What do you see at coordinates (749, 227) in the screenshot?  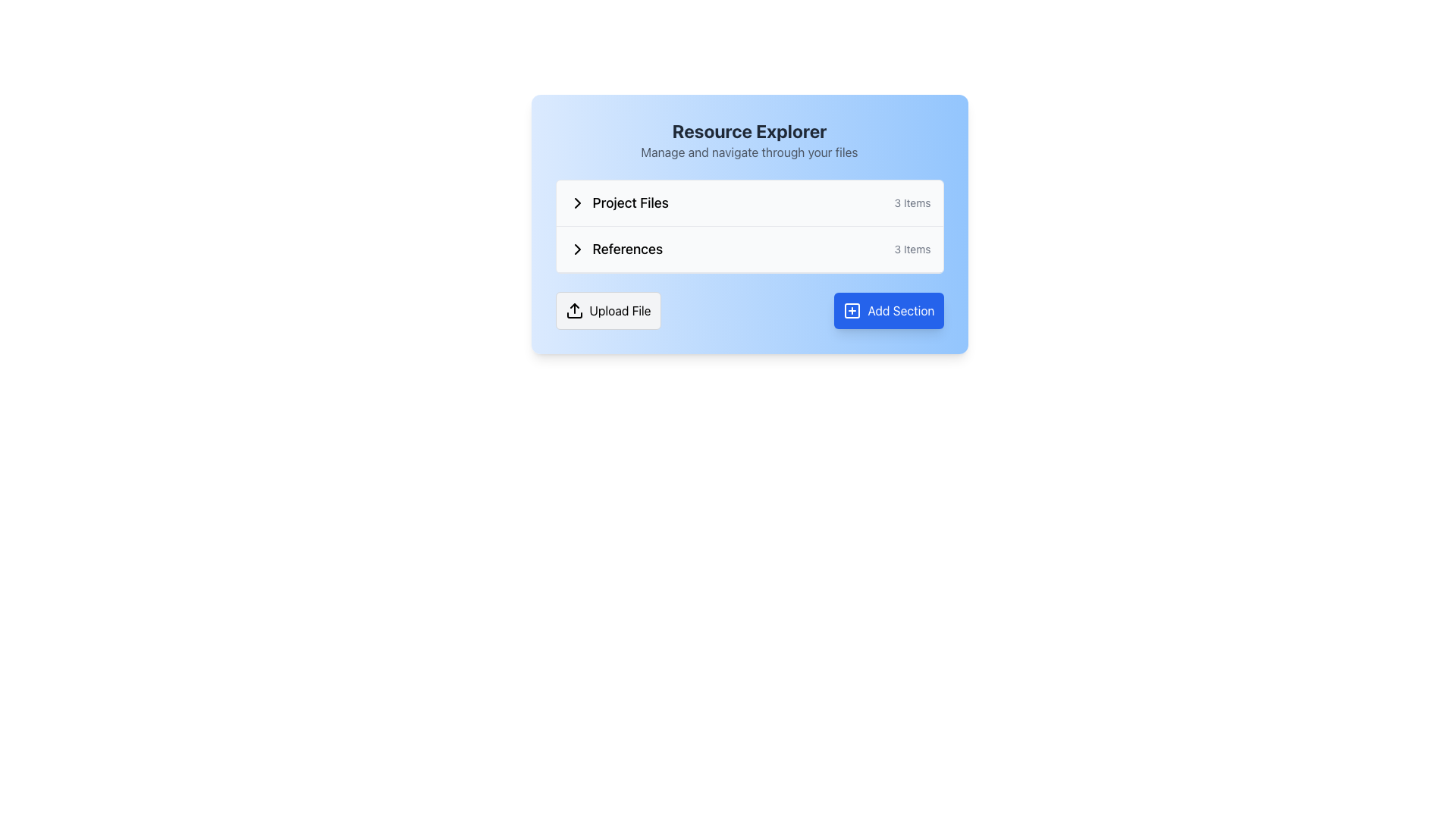 I see `the collapsible menu in the 'Resource Explorer' panel` at bounding box center [749, 227].